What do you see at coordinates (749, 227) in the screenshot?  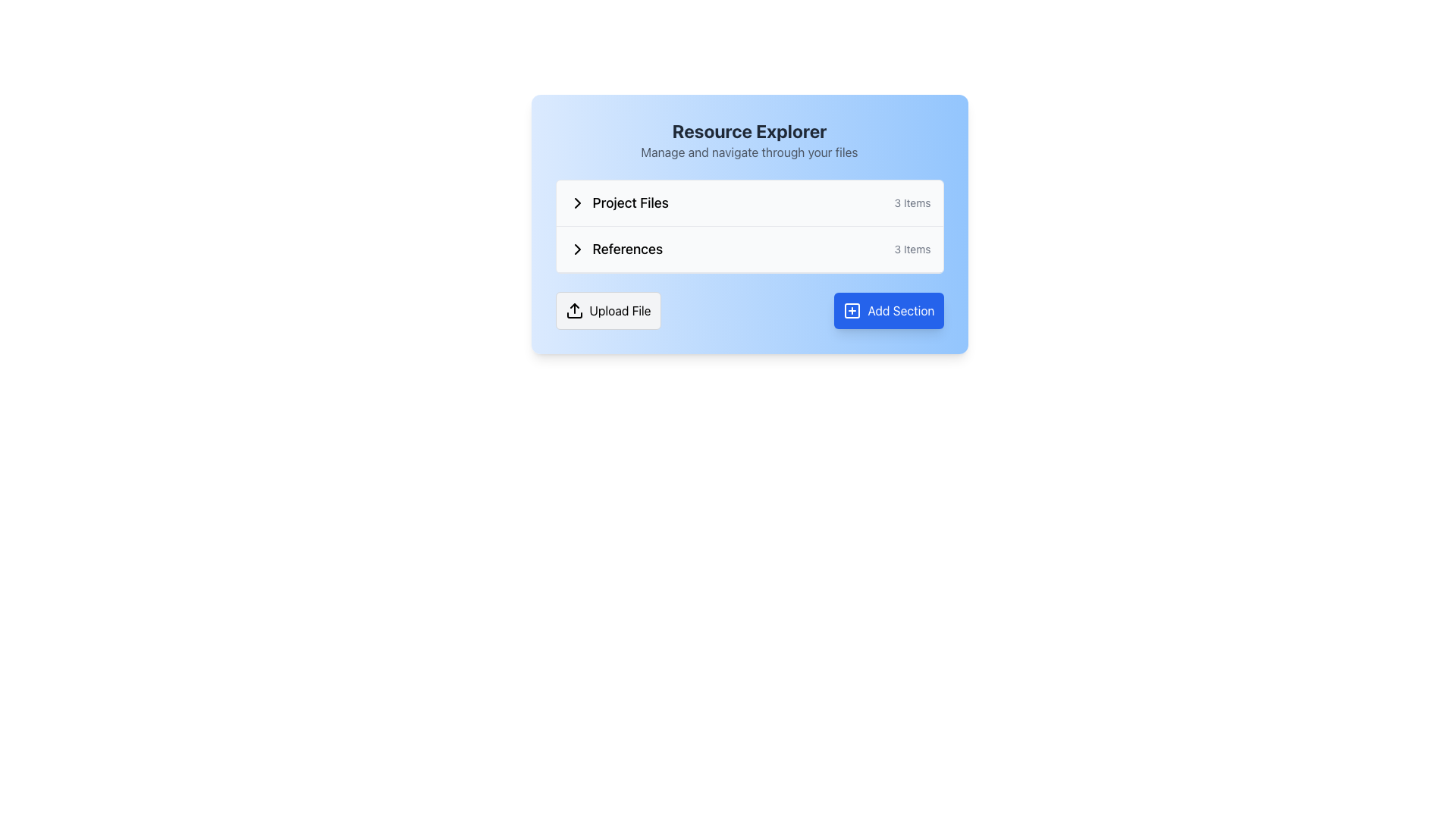 I see `the collapsible menu in the 'Resource Explorer' panel` at bounding box center [749, 227].